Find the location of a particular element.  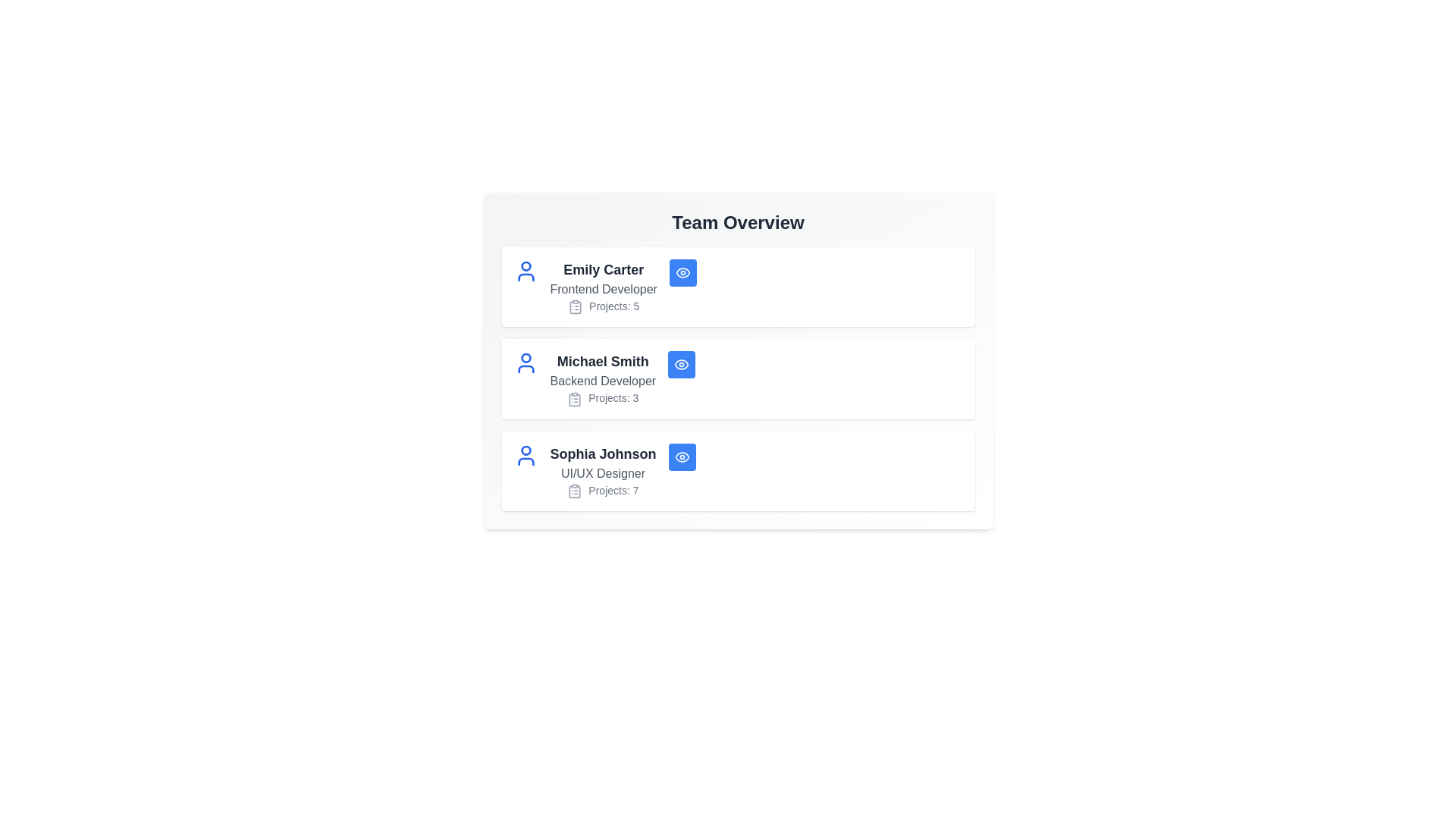

the icon representing a team member identified by Emily Carter is located at coordinates (526, 271).